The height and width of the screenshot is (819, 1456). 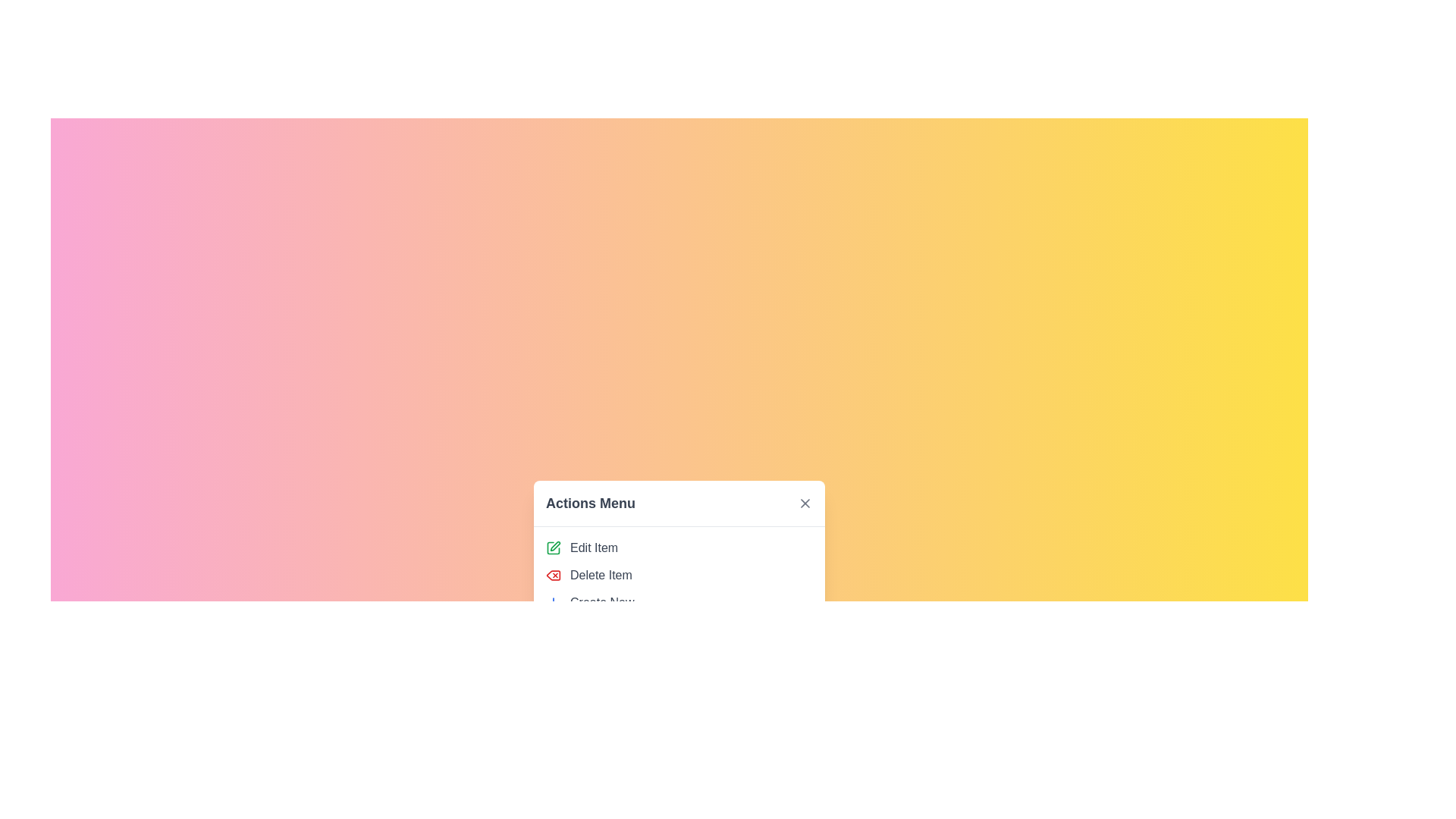 I want to click on the 'Create New' menu option, which is the third item in the vertical 'Actions Menu', so click(x=679, y=601).